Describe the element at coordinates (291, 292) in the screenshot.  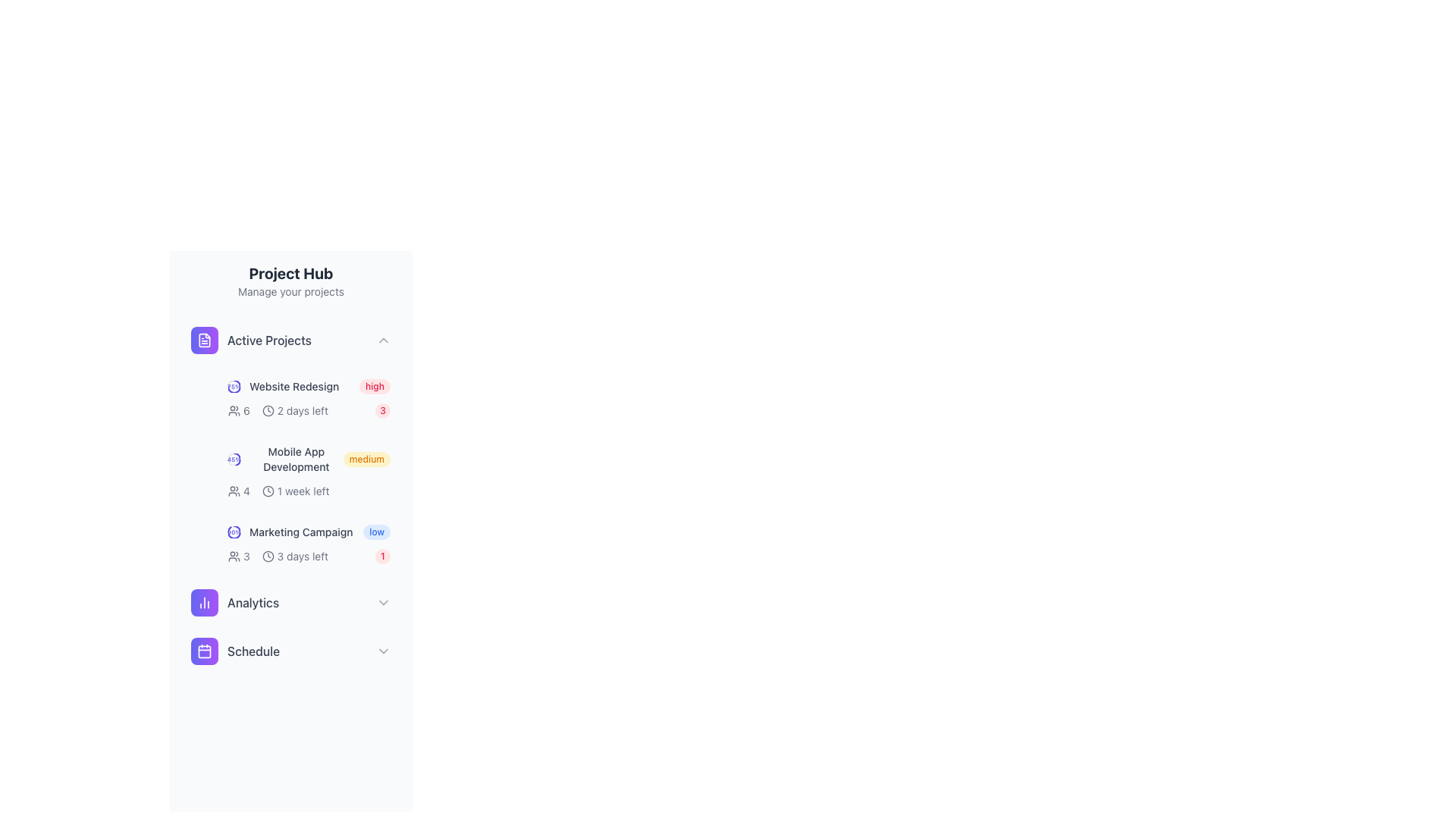
I see `the subtitle text that provides context to the 'Project Hub' section, located directly underneath the title` at that location.